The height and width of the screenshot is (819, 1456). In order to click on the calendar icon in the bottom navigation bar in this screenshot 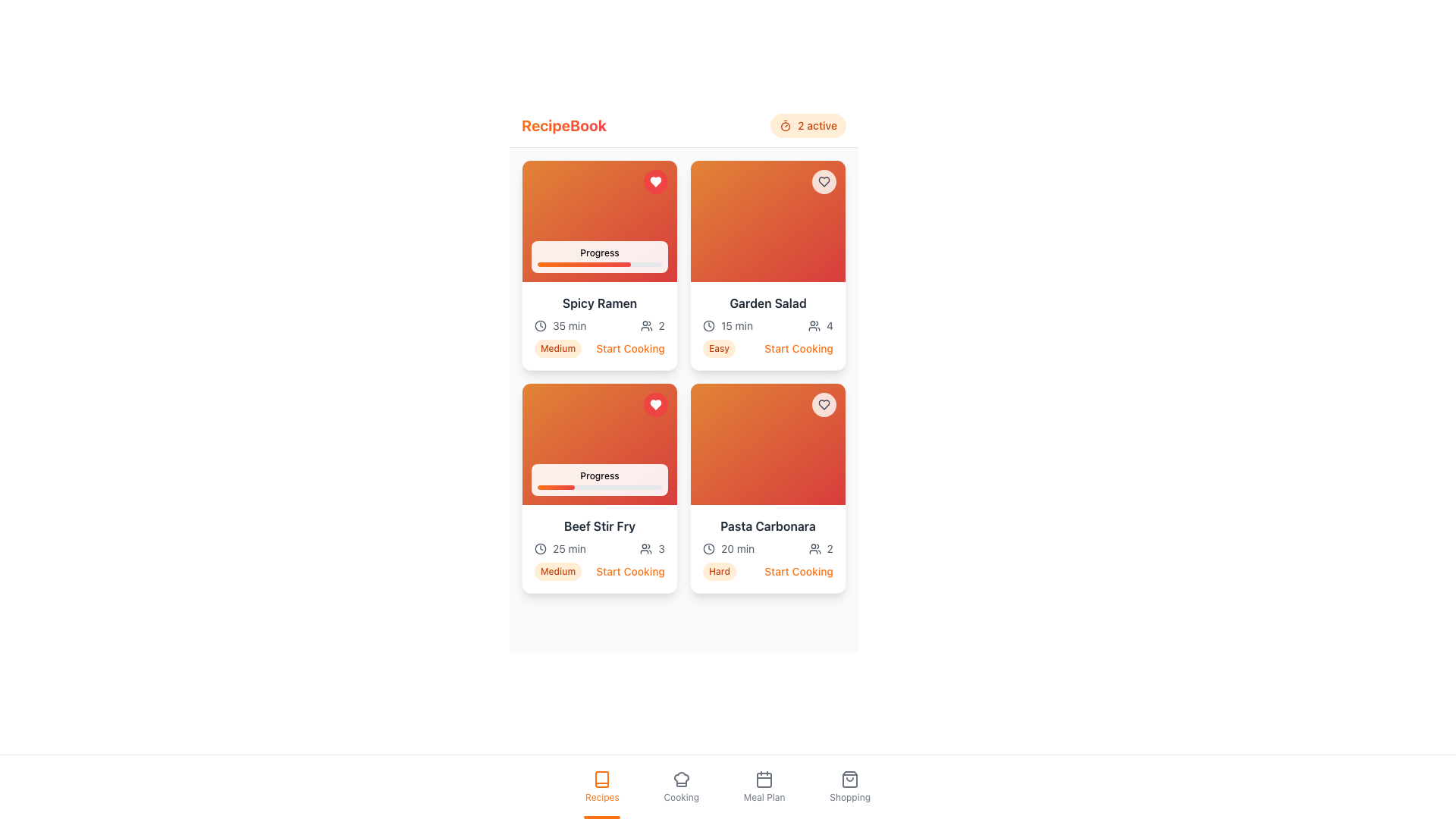, I will do `click(764, 780)`.